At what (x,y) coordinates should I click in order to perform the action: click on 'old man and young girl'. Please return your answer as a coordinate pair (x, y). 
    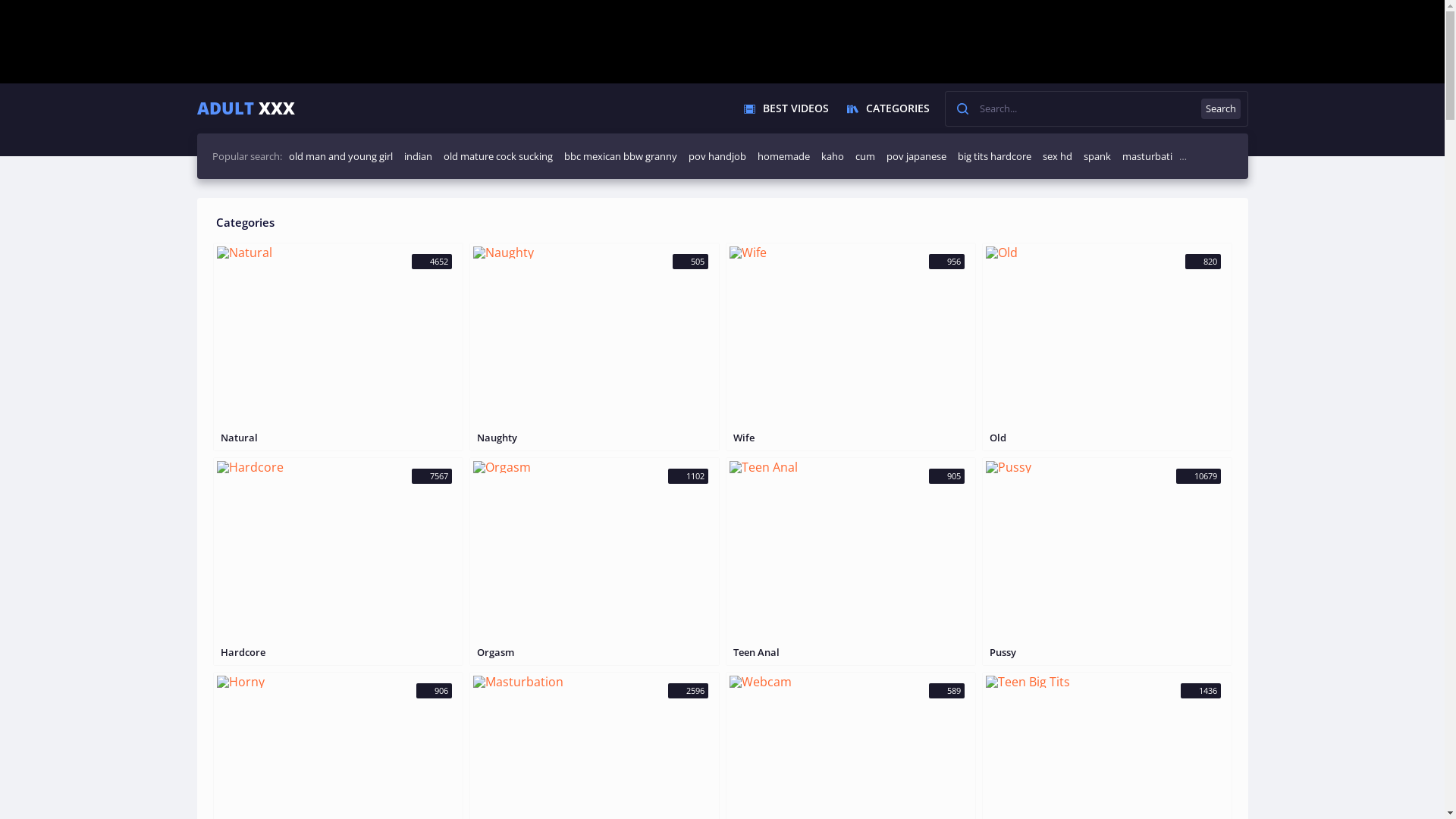
    Looking at the image, I should click on (287, 155).